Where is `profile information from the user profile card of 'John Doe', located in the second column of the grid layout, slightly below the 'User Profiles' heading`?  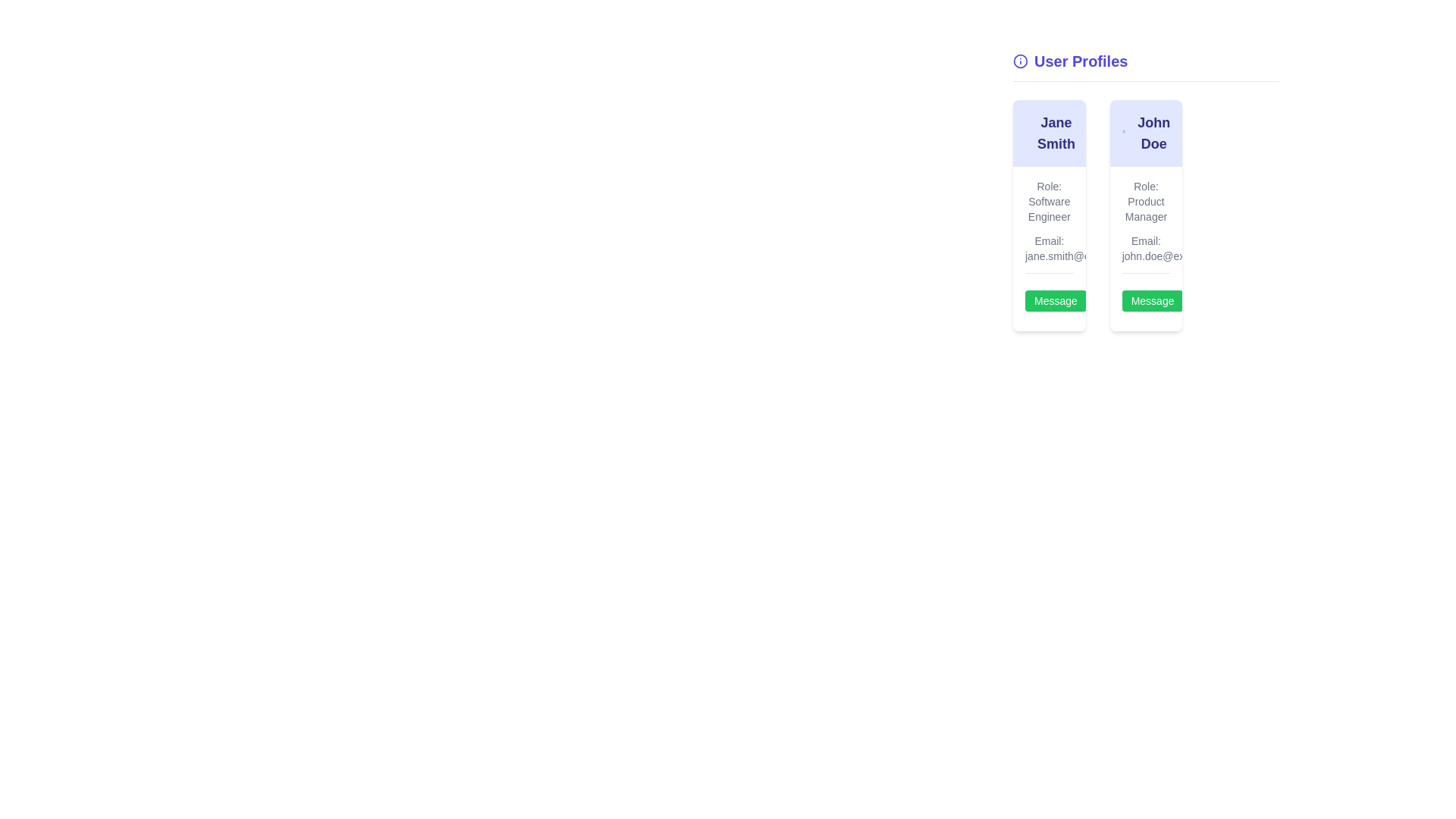 profile information from the user profile card of 'John Doe', located in the second column of the grid layout, slightly below the 'User Profiles' heading is located at coordinates (1146, 215).